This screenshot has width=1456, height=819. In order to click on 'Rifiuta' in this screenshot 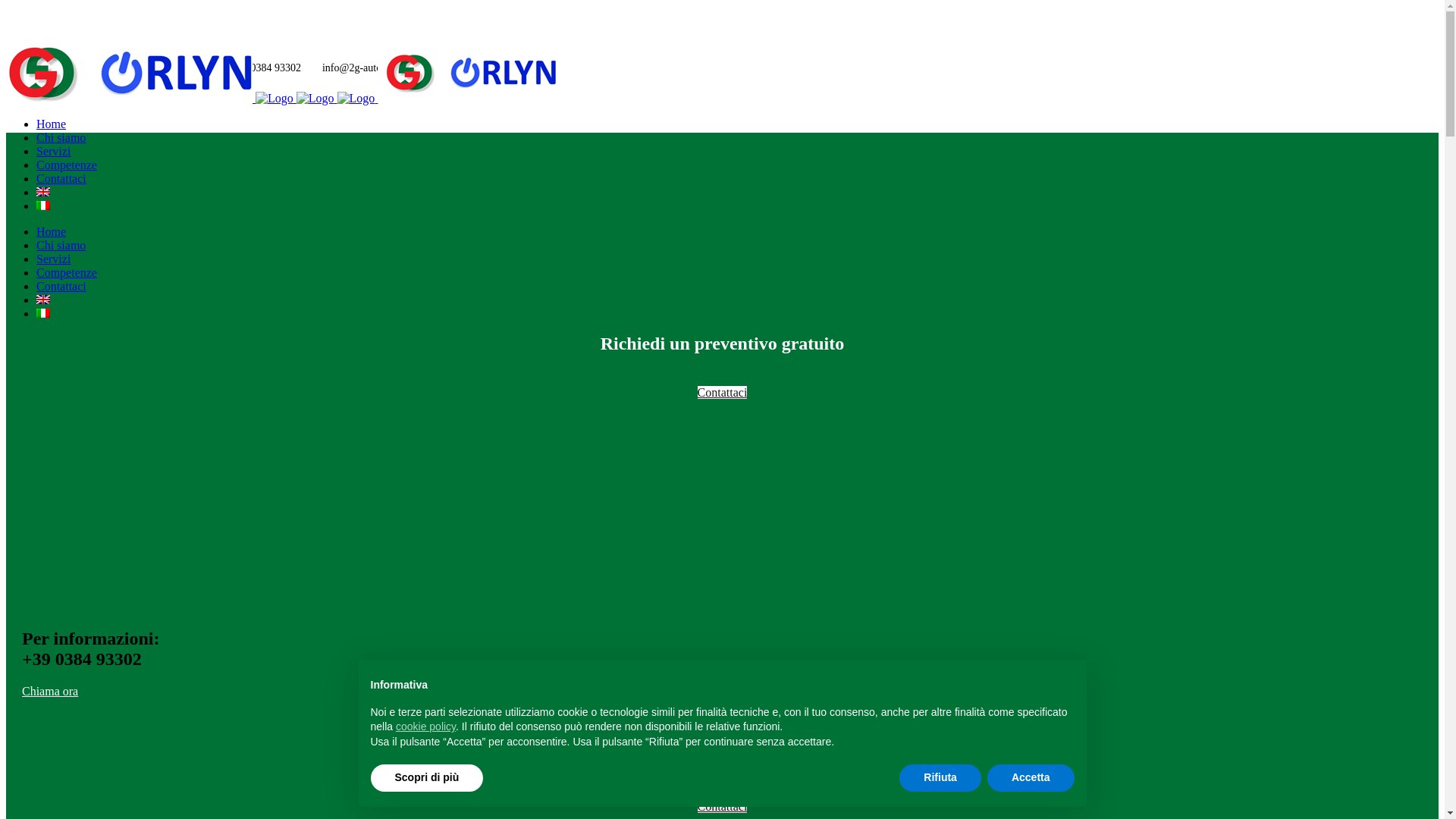, I will do `click(899, 778)`.